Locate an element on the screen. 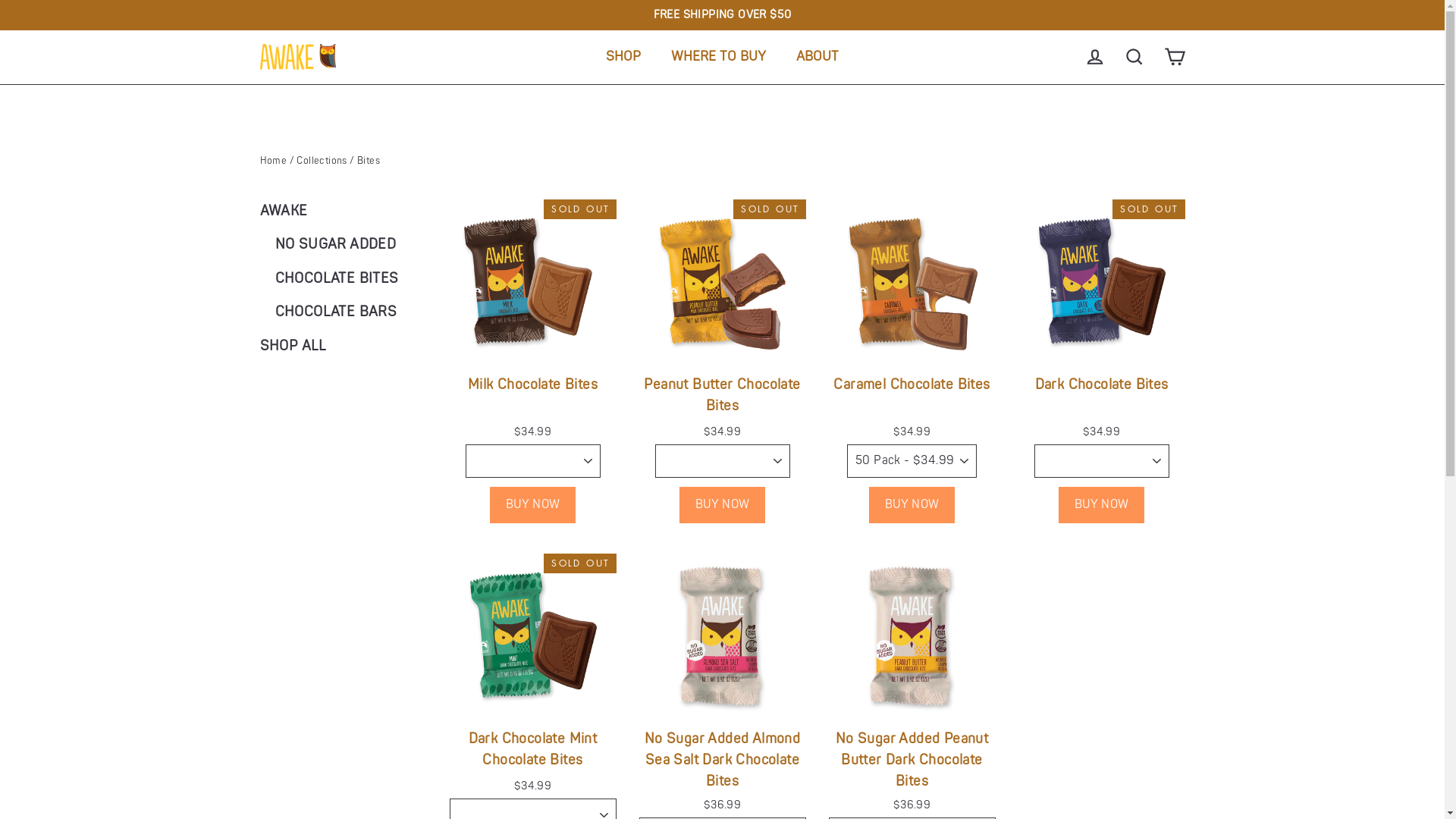 The height and width of the screenshot is (819, 1456). 'SEARCH' is located at coordinates (1134, 55).